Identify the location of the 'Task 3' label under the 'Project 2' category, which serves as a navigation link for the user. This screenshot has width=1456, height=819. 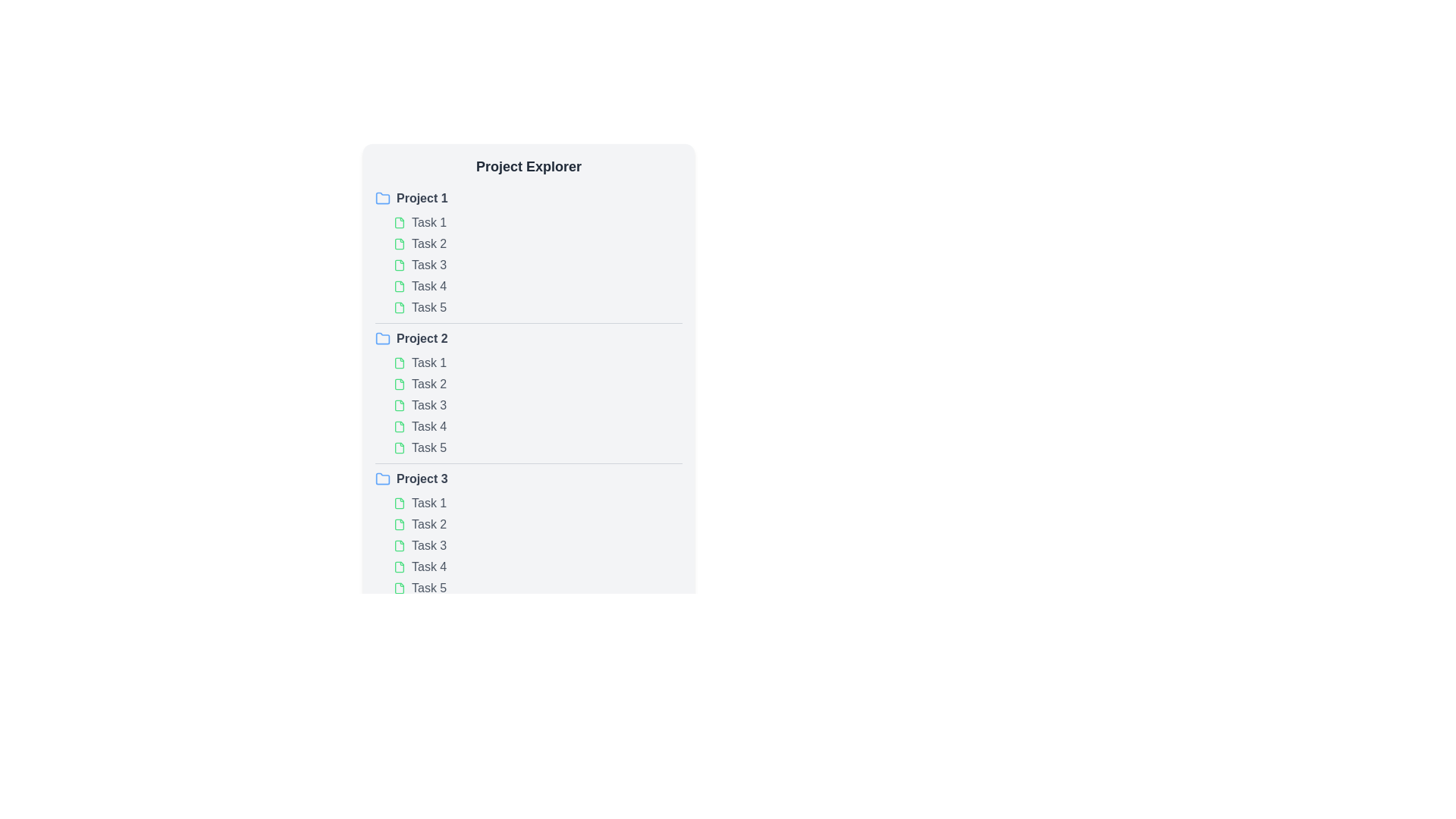
(428, 405).